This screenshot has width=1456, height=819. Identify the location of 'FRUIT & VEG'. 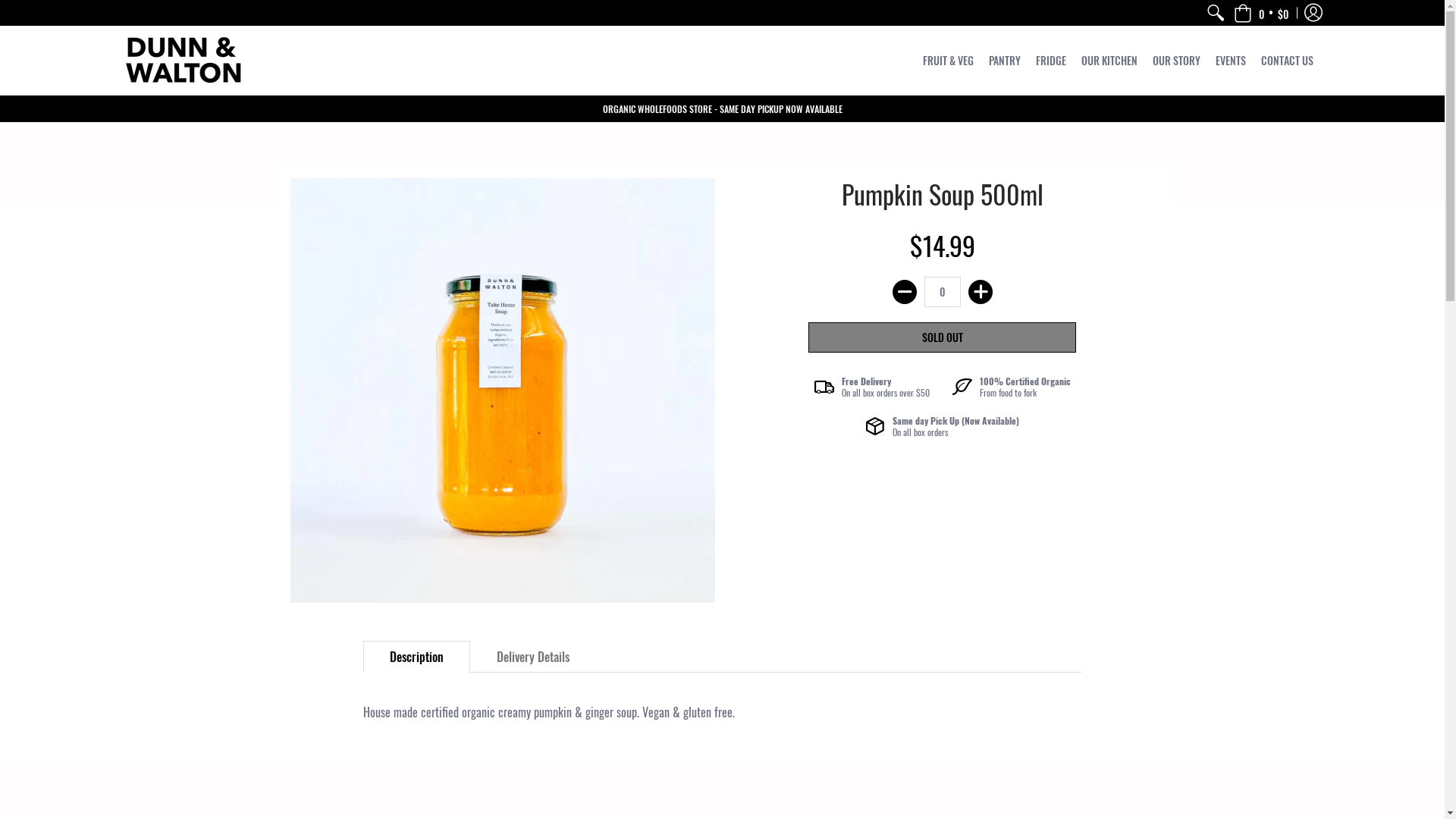
(947, 59).